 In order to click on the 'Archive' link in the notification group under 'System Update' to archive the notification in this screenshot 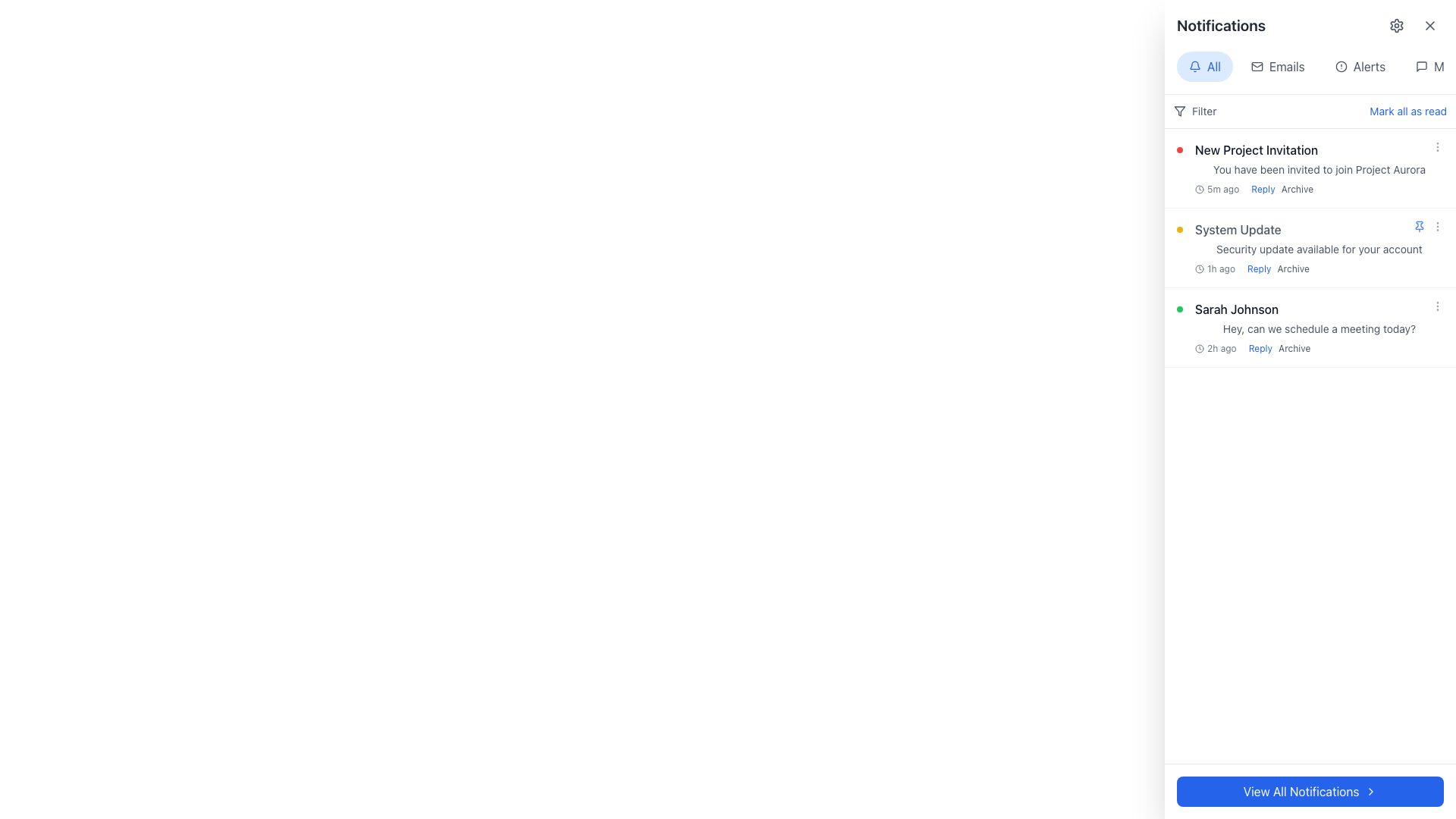, I will do `click(1277, 268)`.